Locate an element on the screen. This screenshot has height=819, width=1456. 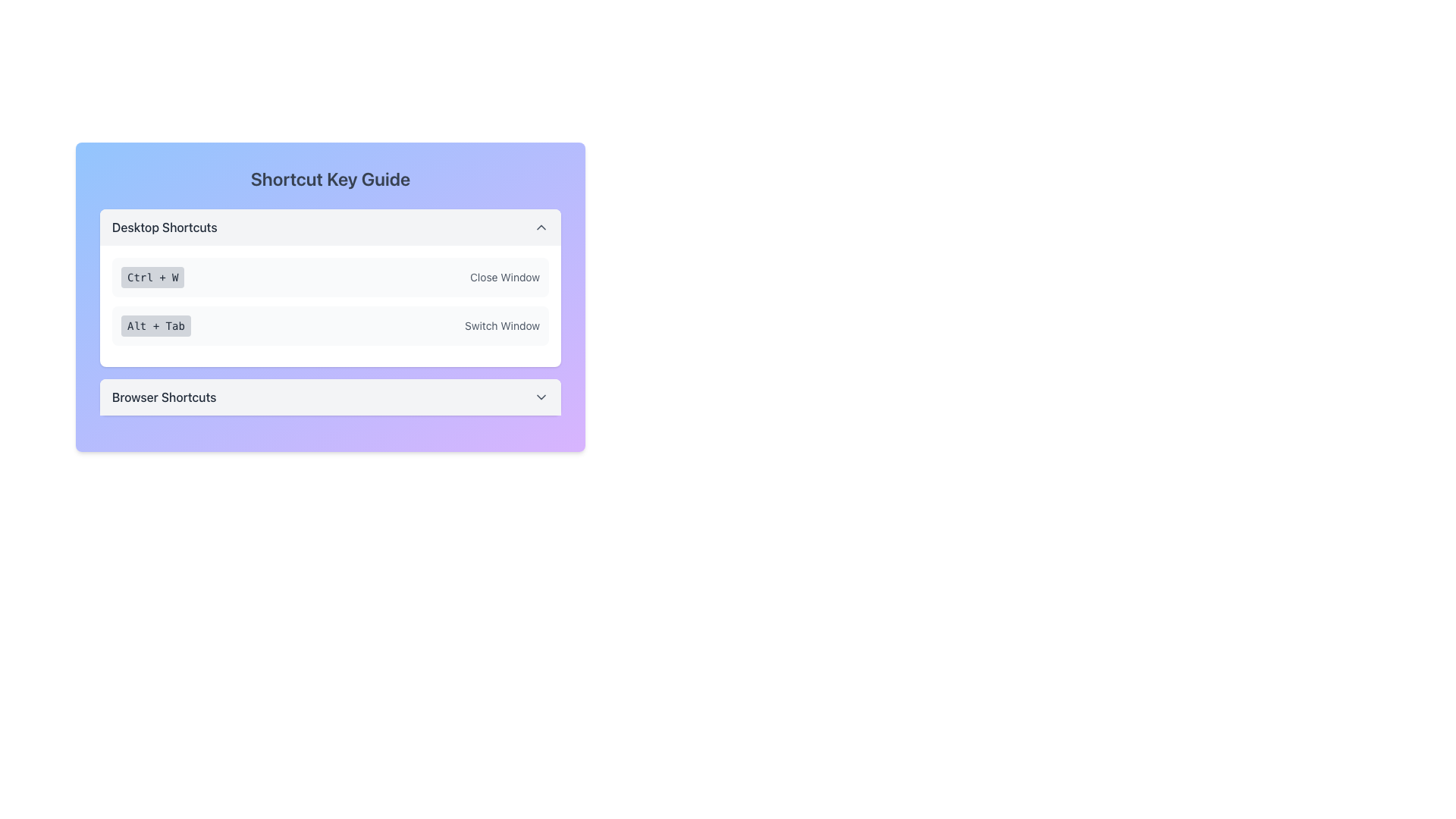
the text label indicating the functionality of the 'Ctrl + W' shortcut located on the right section of the 'Desktop Shortcuts' section is located at coordinates (505, 278).